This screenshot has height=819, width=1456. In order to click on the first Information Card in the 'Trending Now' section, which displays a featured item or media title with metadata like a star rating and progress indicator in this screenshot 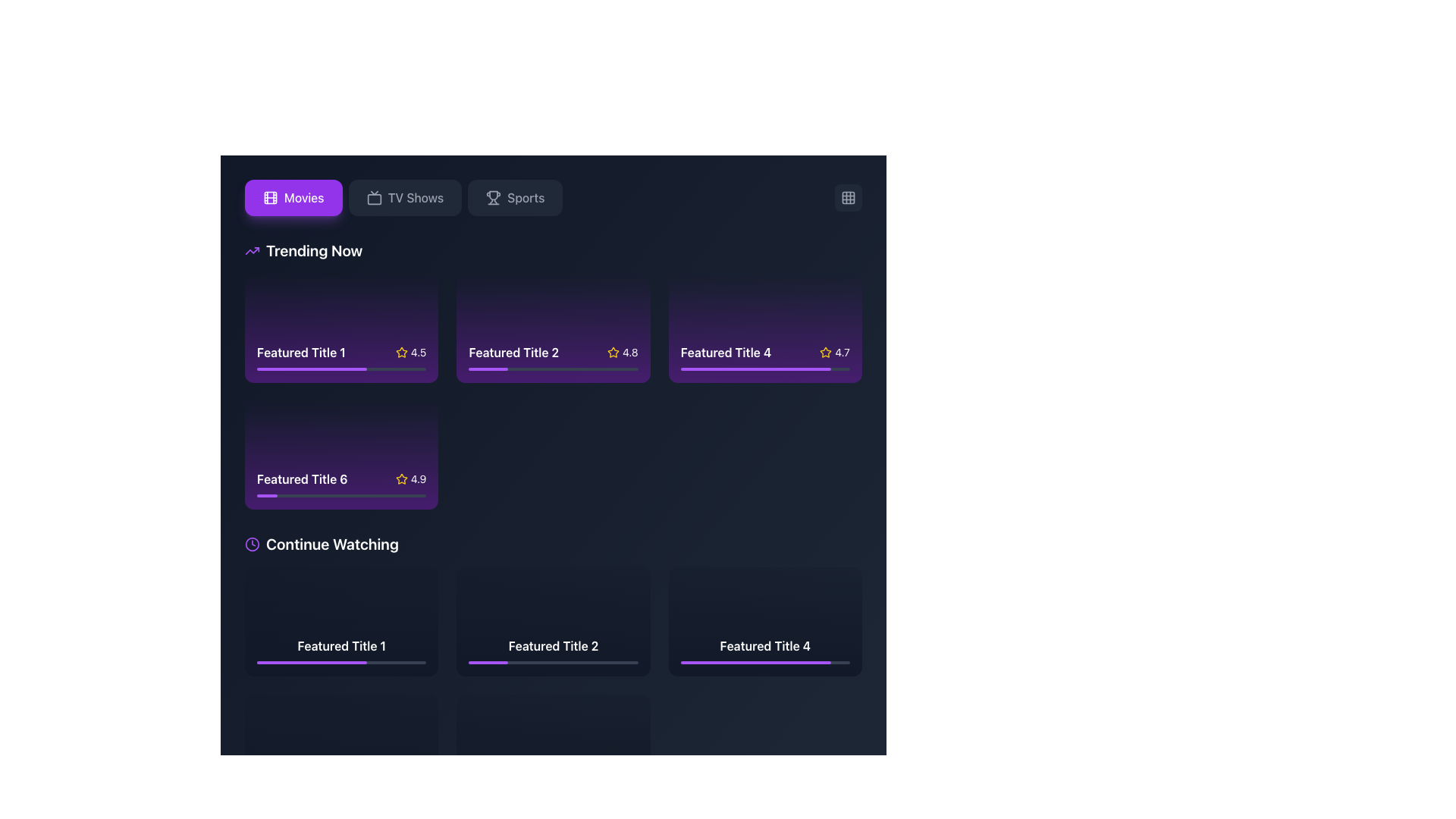, I will do `click(340, 356)`.